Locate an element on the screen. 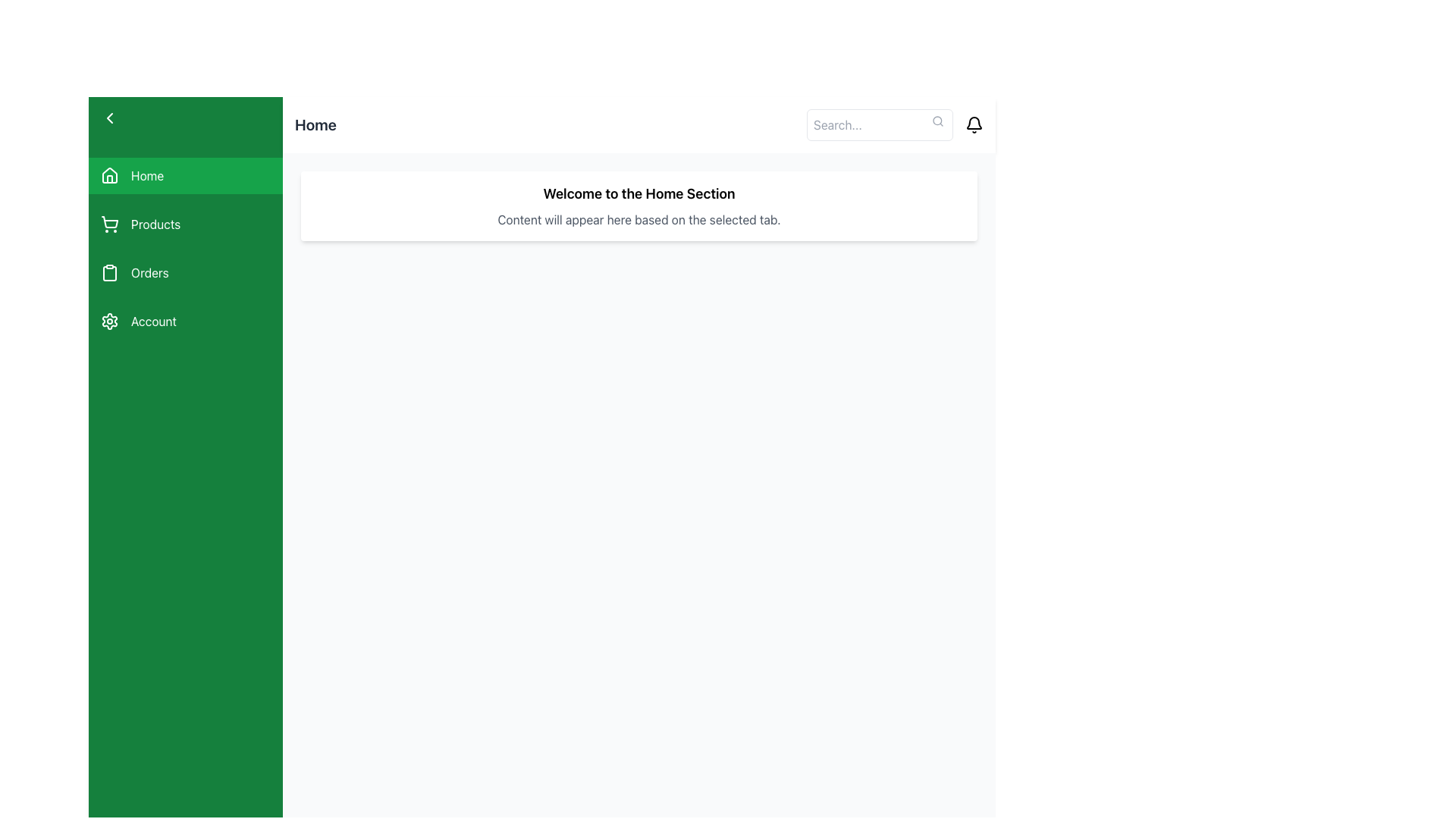 The width and height of the screenshot is (1456, 819). the left-pointing chevron icon in the vertical navigation sidebar is located at coordinates (108, 117).